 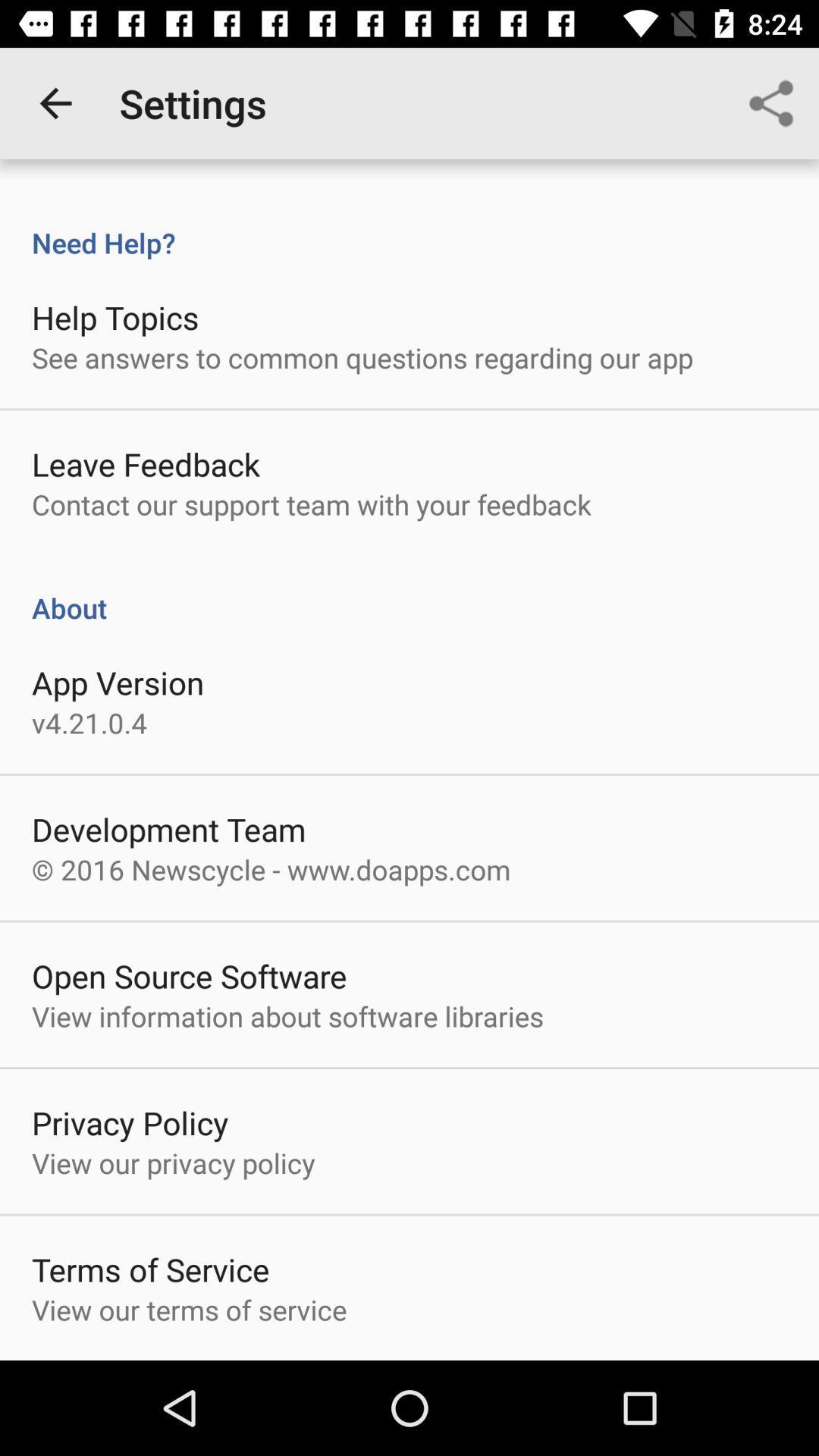 What do you see at coordinates (55, 102) in the screenshot?
I see `icon next to settings  icon` at bounding box center [55, 102].